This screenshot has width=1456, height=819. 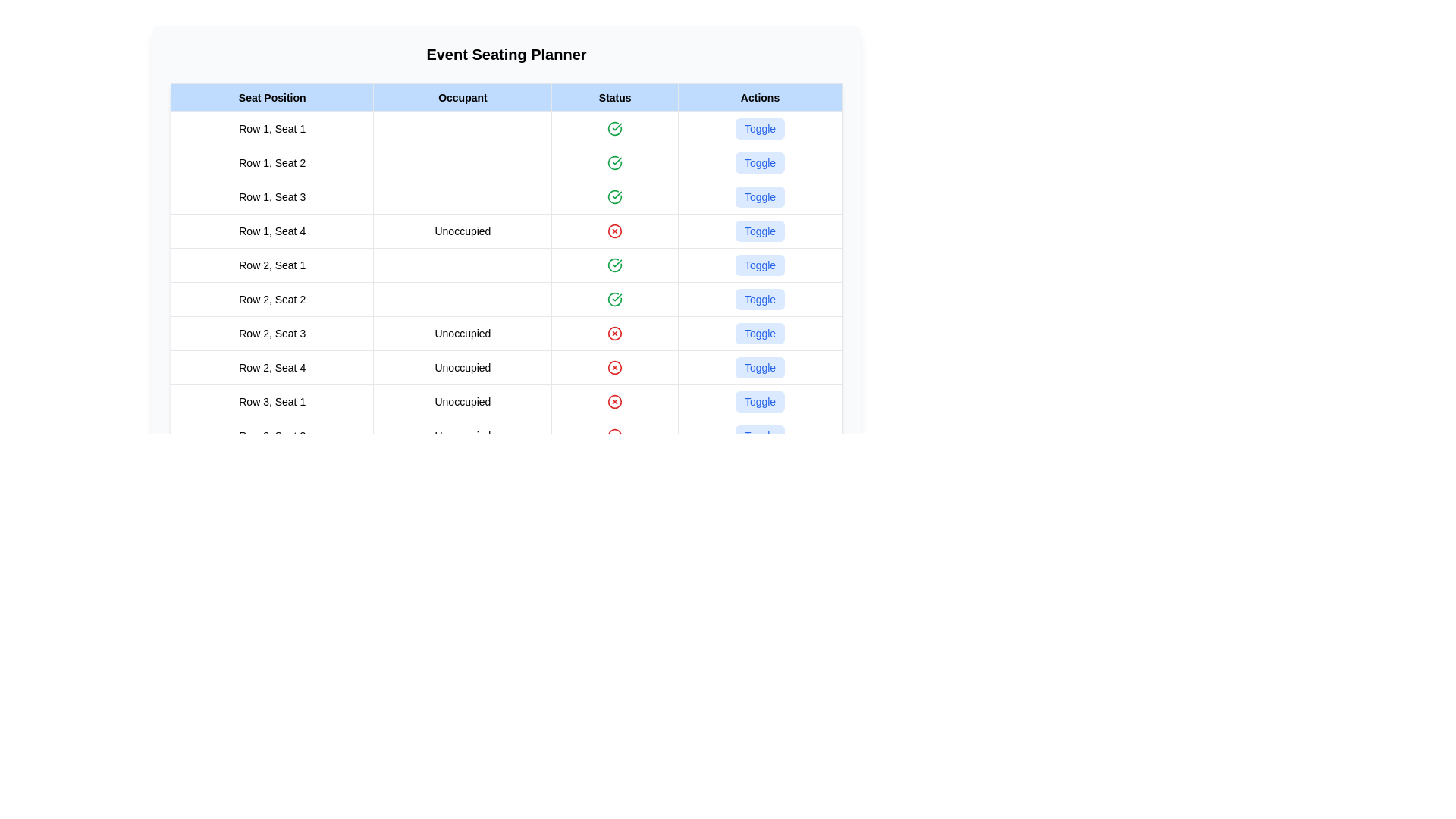 I want to click on the positive status icon located in the fourth row of the 'Status' column, which is associated with the text 'Row 2, Seat 2' in the 'Seat Position' column, so click(x=615, y=299).